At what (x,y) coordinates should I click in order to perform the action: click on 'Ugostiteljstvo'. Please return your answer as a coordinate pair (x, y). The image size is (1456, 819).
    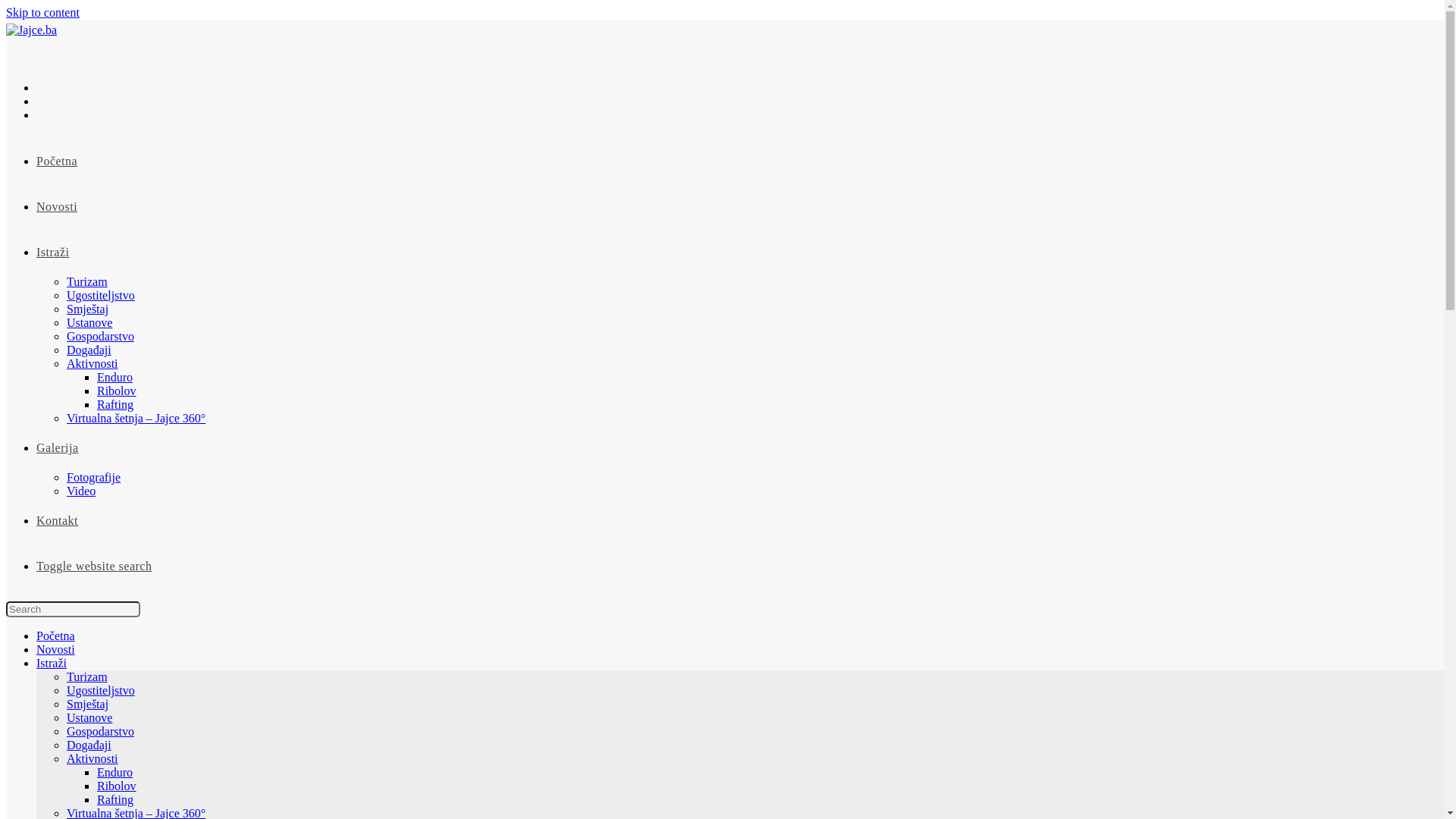
    Looking at the image, I should click on (100, 295).